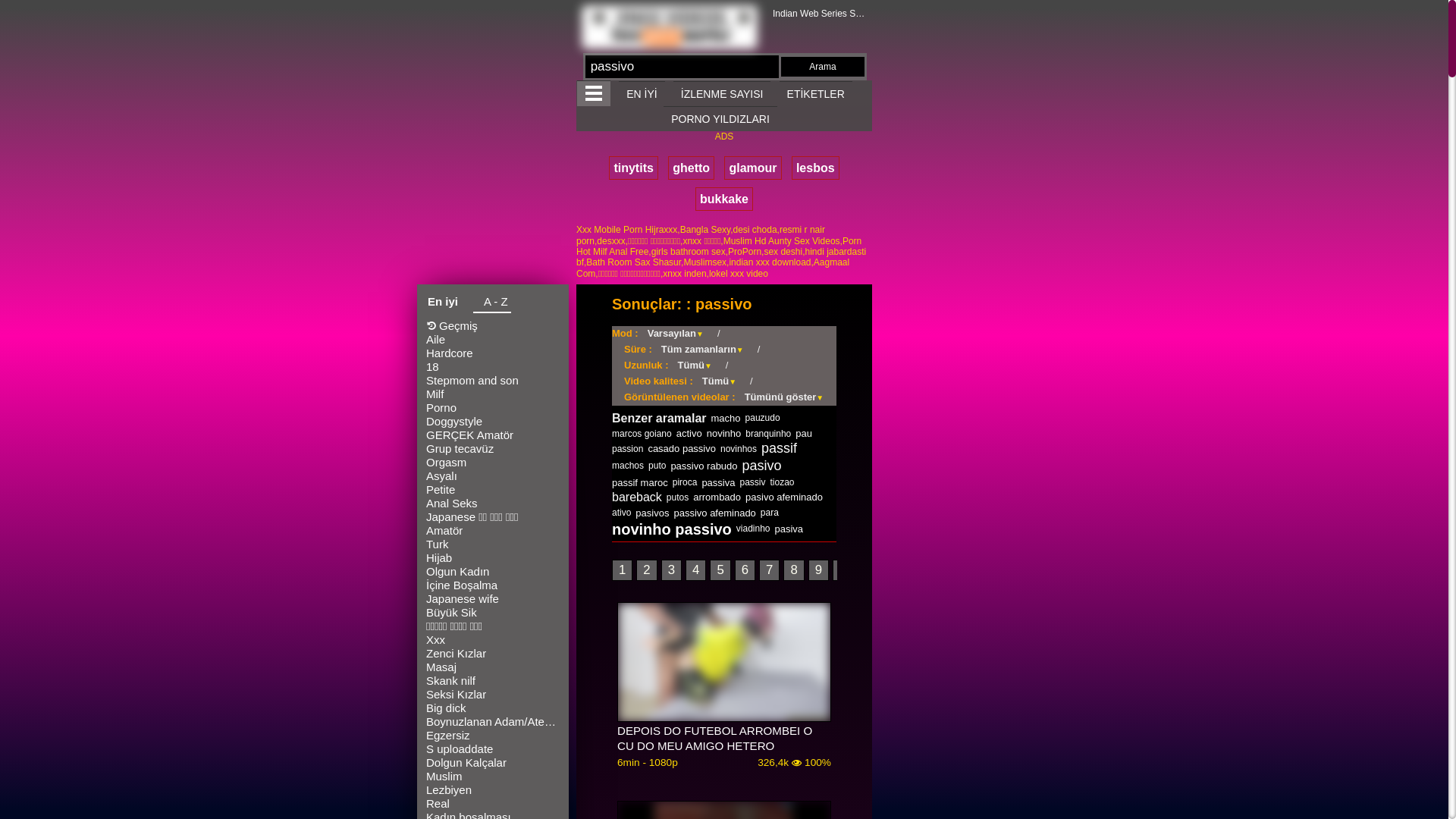 Image resolution: width=1456 pixels, height=819 pixels. I want to click on 'putos', so click(666, 497).